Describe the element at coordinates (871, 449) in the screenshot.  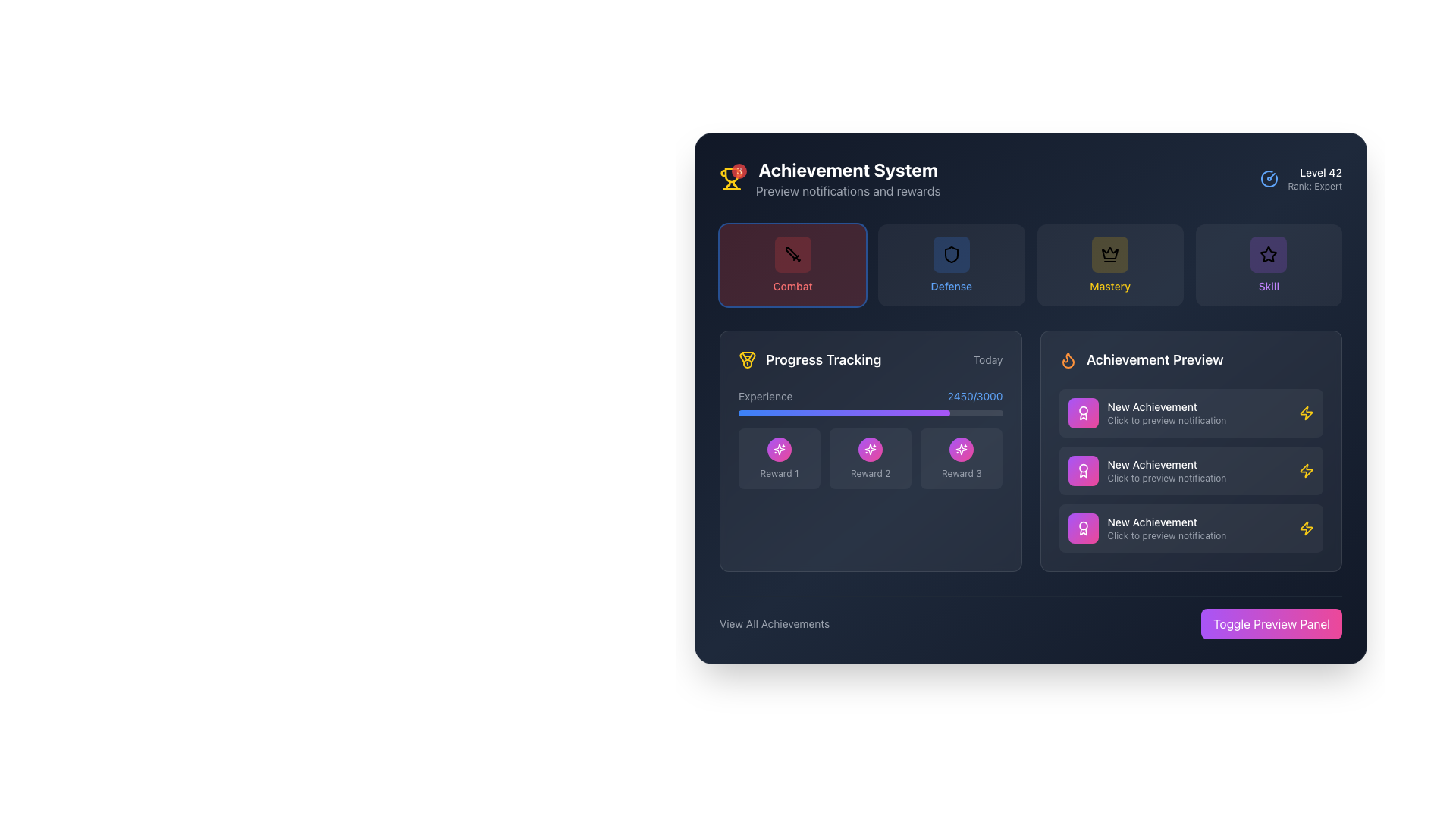
I see `the visual indicator icon associated with the reward system located in the second button of the 'Reward 2' row under the 'Progress Tracking' section` at that location.